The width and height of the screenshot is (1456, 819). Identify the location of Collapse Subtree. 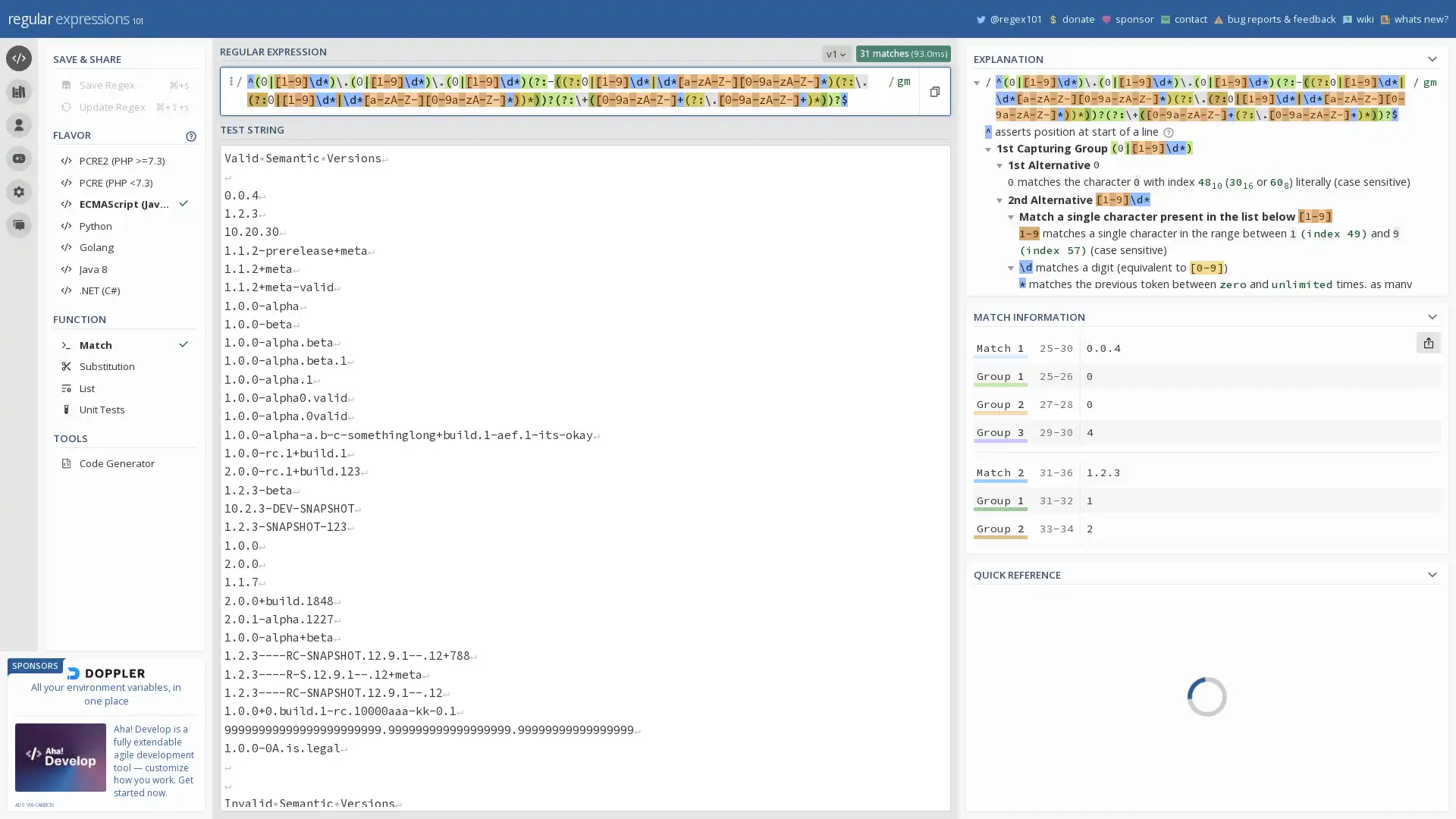
(1002, 541).